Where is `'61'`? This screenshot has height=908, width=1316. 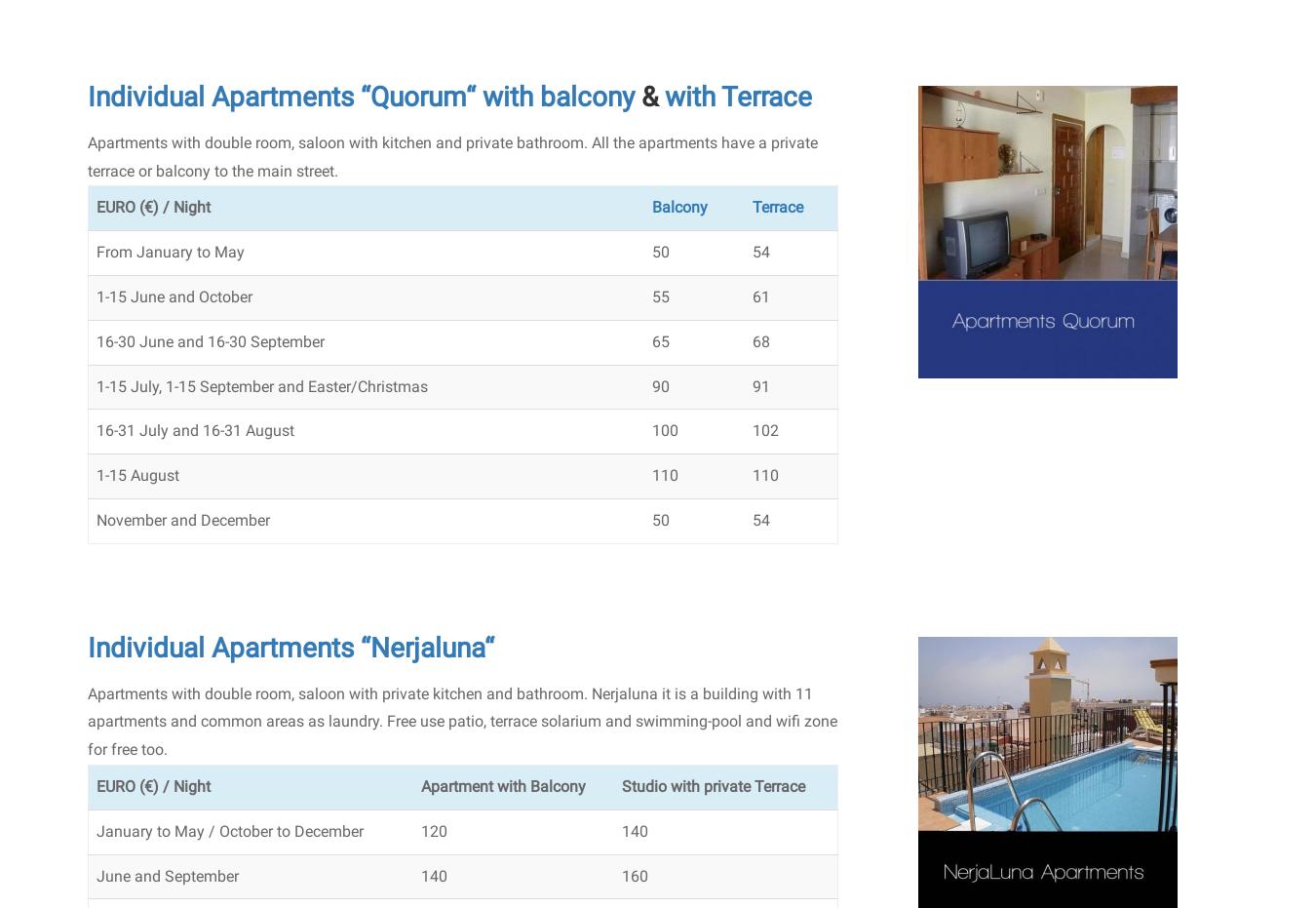
'61' is located at coordinates (759, 296).